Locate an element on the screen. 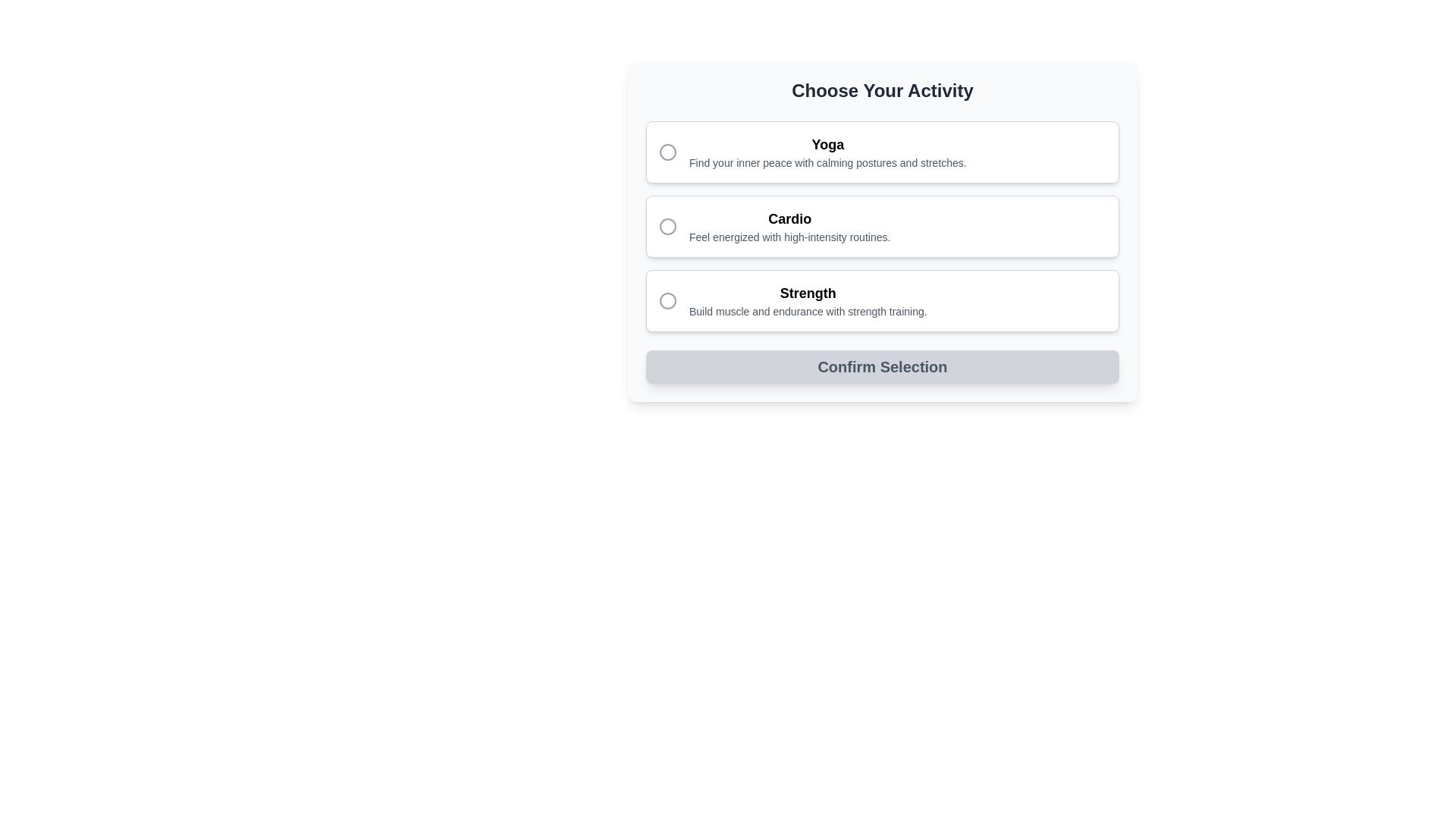 The width and height of the screenshot is (1456, 819). the Radio button indicator is located at coordinates (667, 152).